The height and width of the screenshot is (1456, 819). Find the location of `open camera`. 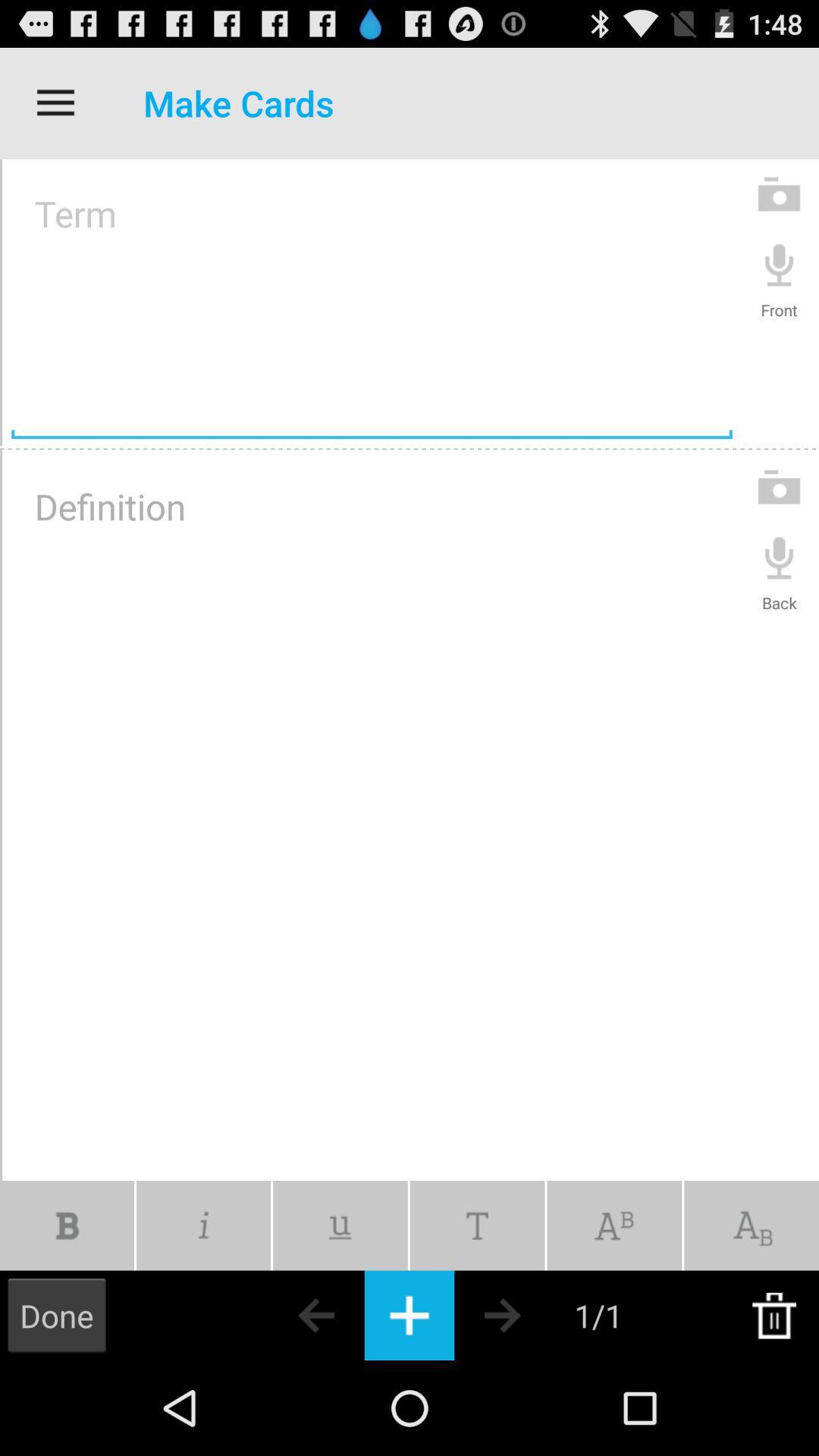

open camera is located at coordinates (779, 487).